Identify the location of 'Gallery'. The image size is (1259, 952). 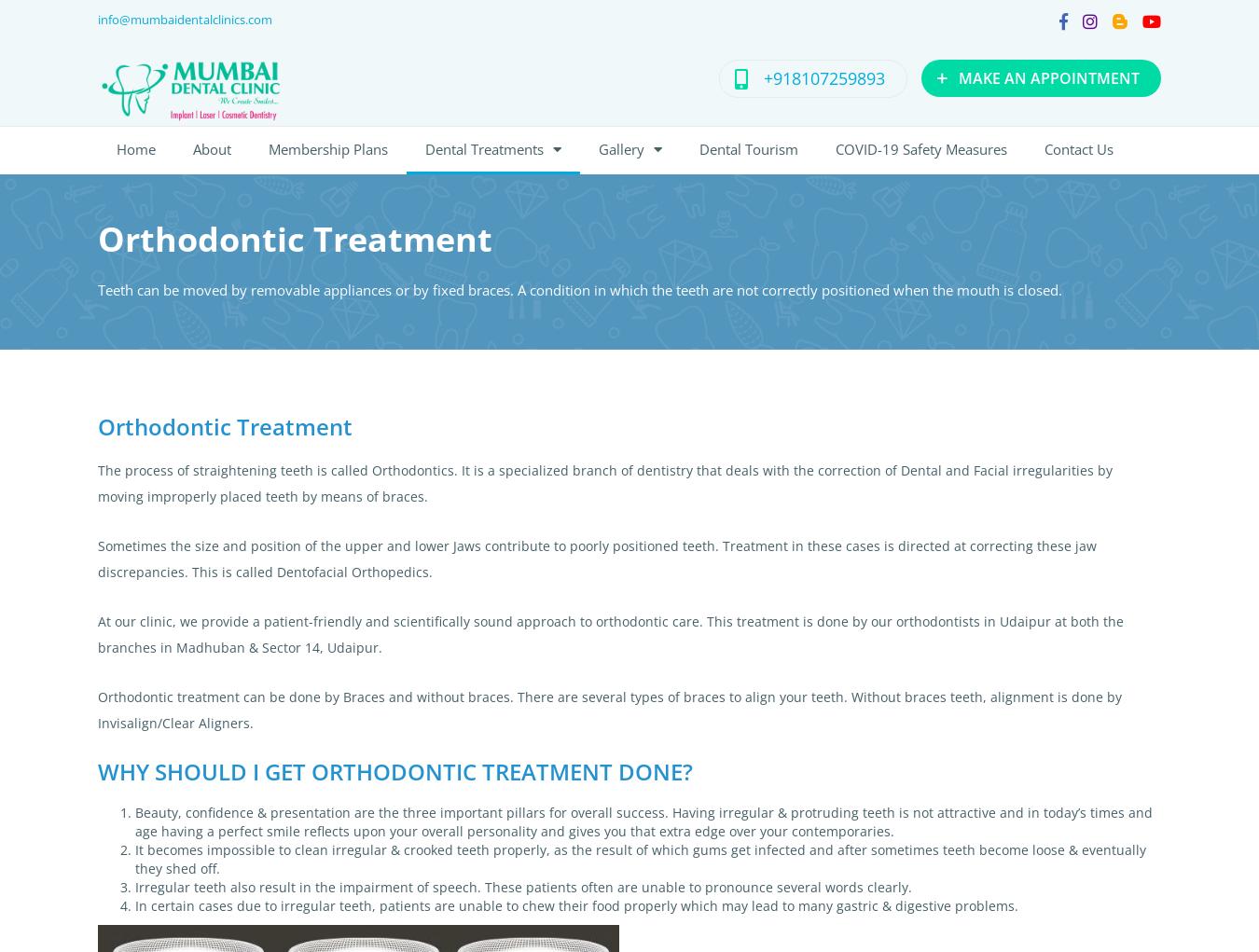
(621, 147).